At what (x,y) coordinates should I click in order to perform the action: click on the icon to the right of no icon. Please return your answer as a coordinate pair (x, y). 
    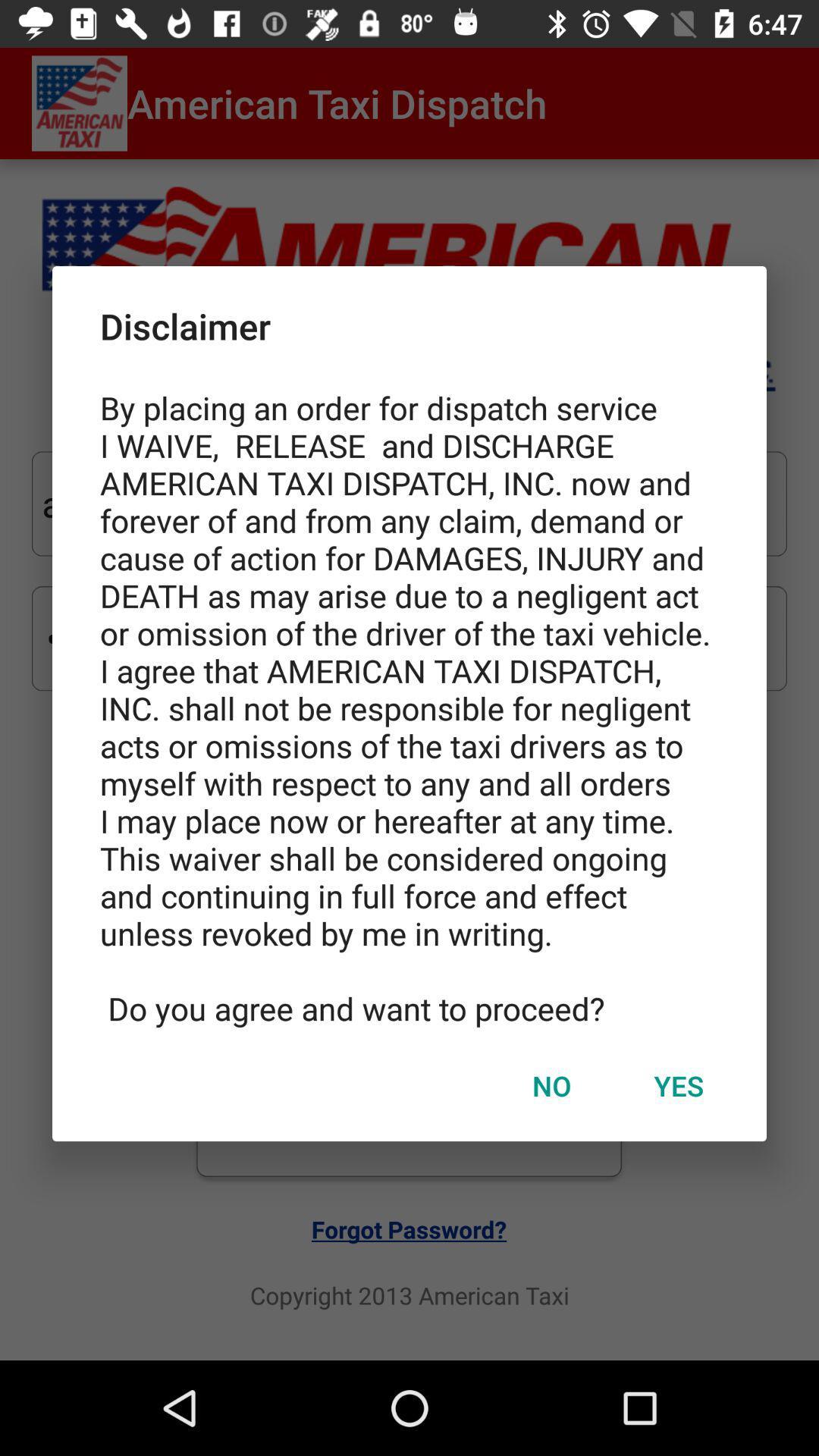
    Looking at the image, I should click on (678, 1084).